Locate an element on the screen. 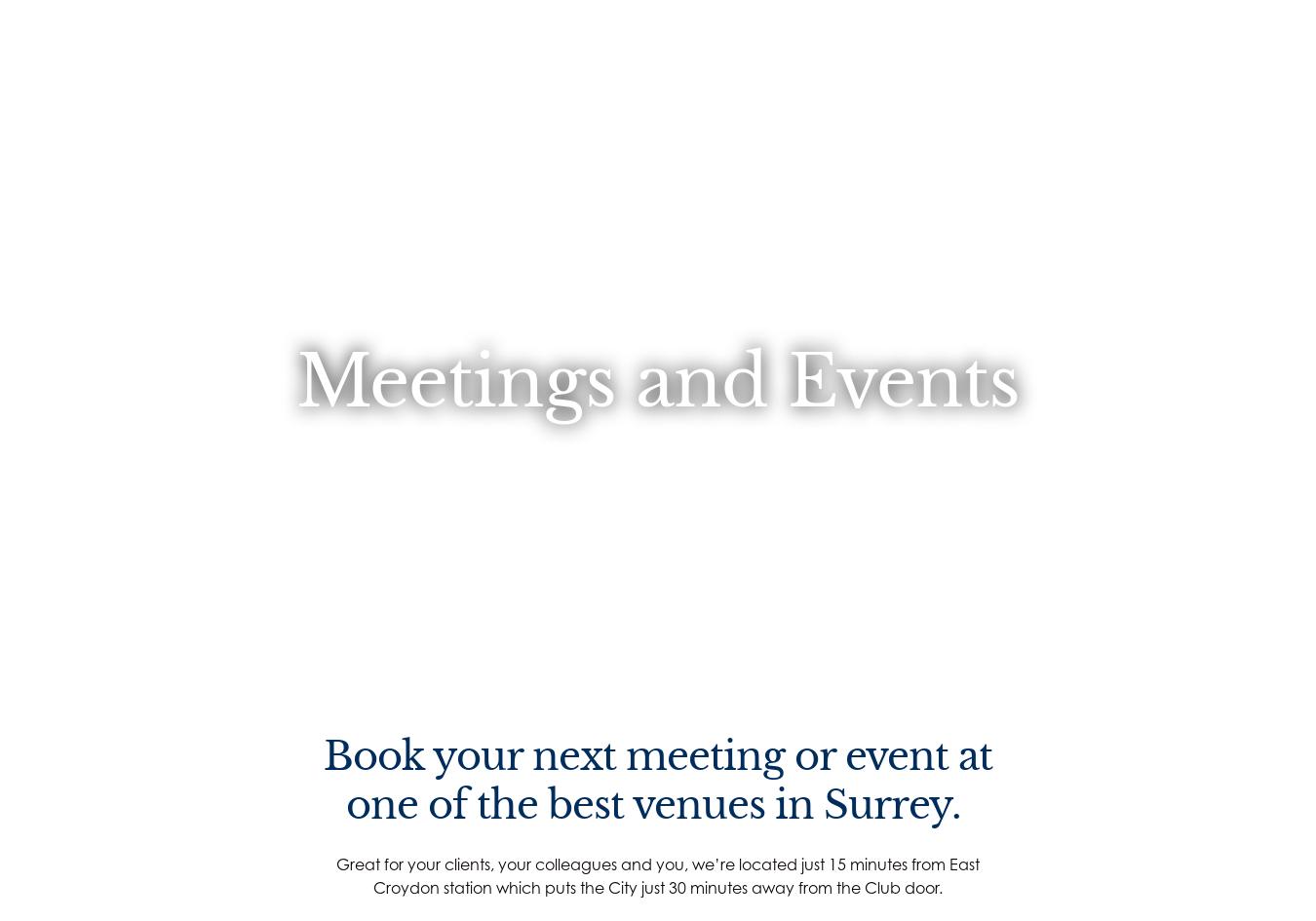  'Weddings' is located at coordinates (408, 377).